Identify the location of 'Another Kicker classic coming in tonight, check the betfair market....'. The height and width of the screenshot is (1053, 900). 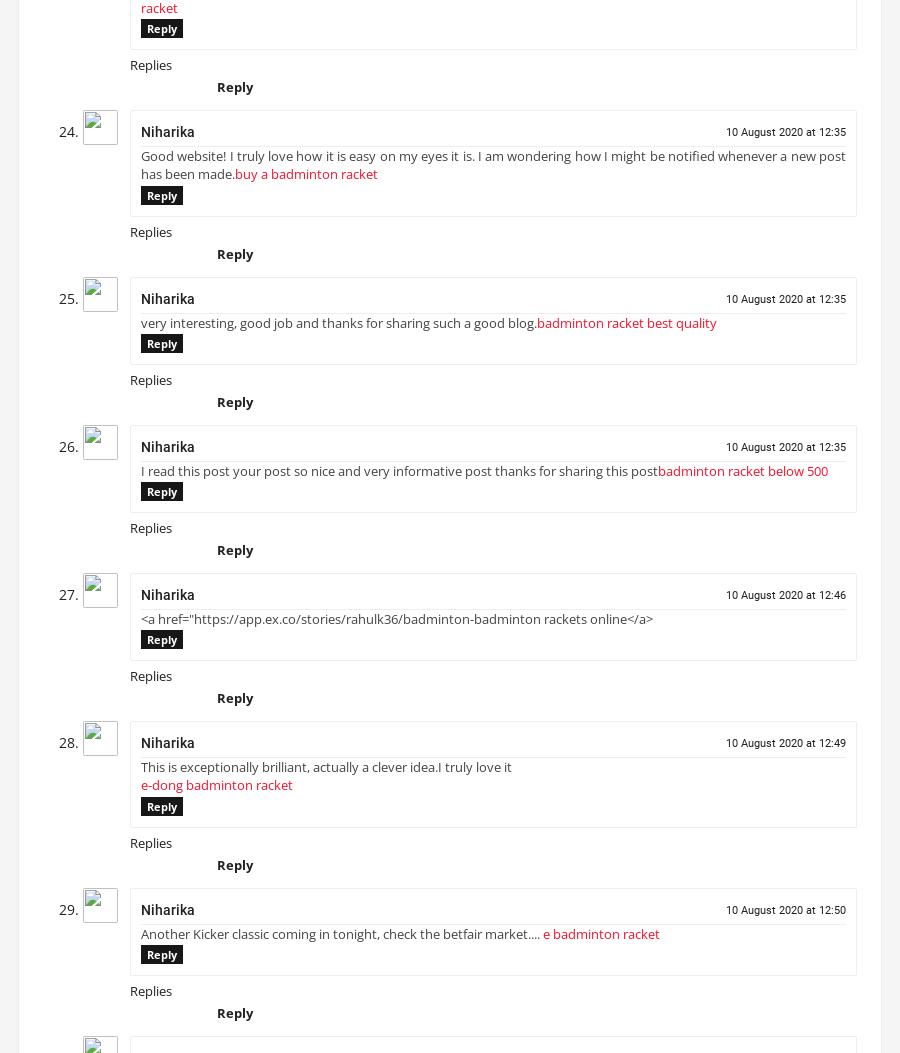
(340, 939).